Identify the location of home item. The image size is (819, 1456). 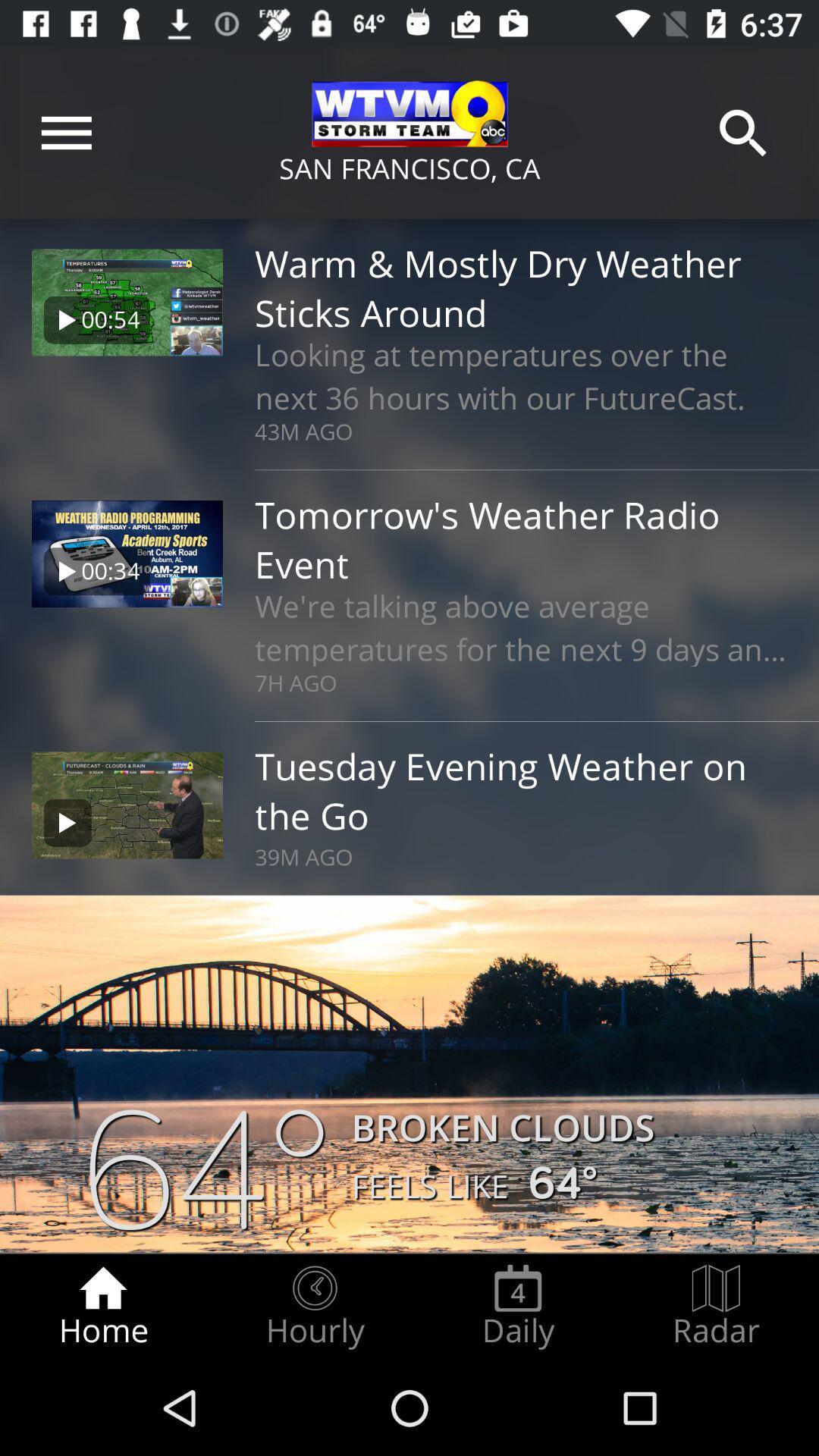
(102, 1306).